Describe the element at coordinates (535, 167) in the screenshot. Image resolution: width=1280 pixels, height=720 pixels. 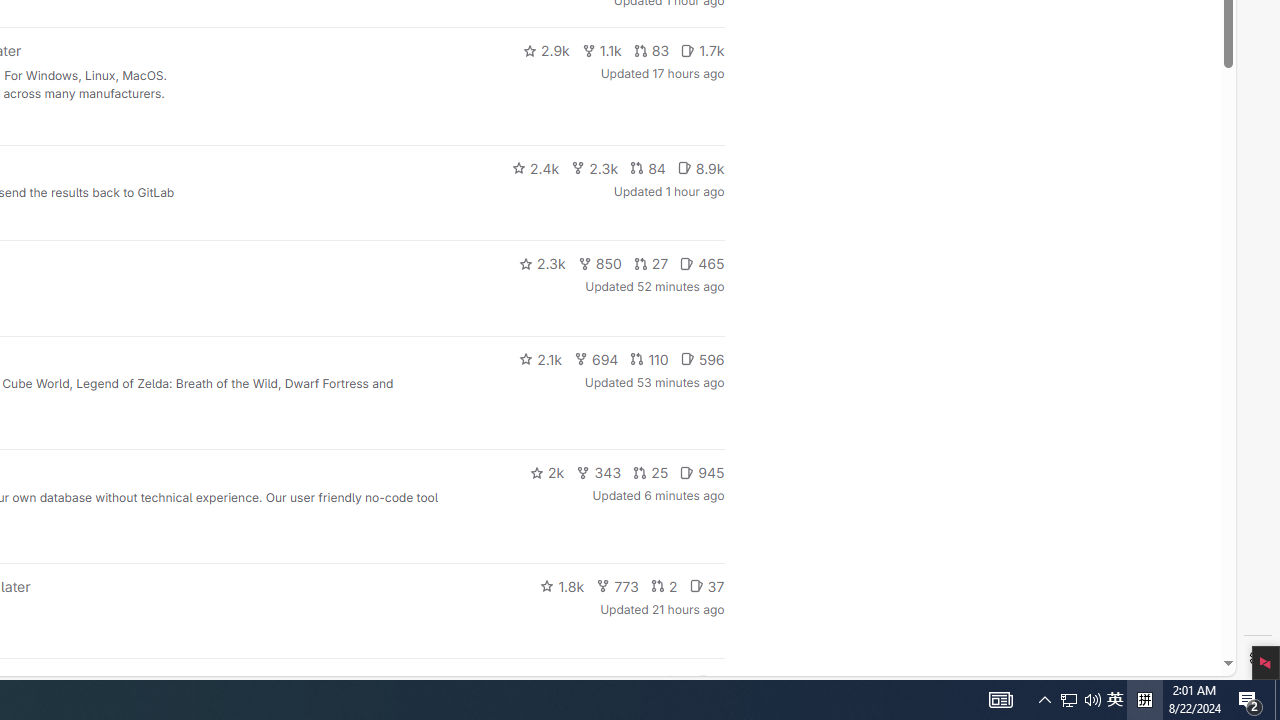
I see `'2.4k'` at that location.